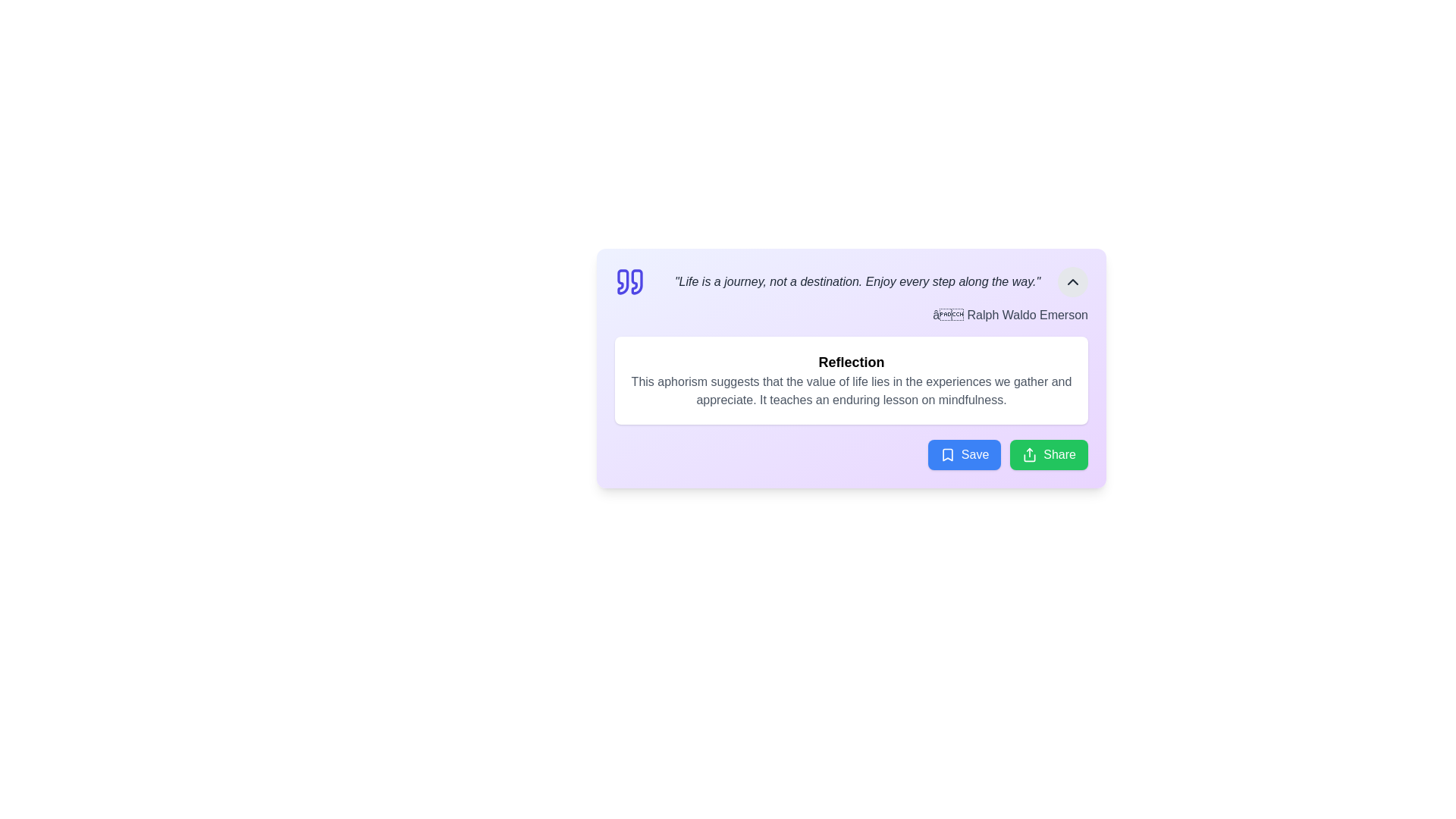 This screenshot has height=819, width=1456. I want to click on the second quotation mark icon, which is a smooth, rounded indigo graphical outline located at the top-left corner of the interface card, so click(637, 281).